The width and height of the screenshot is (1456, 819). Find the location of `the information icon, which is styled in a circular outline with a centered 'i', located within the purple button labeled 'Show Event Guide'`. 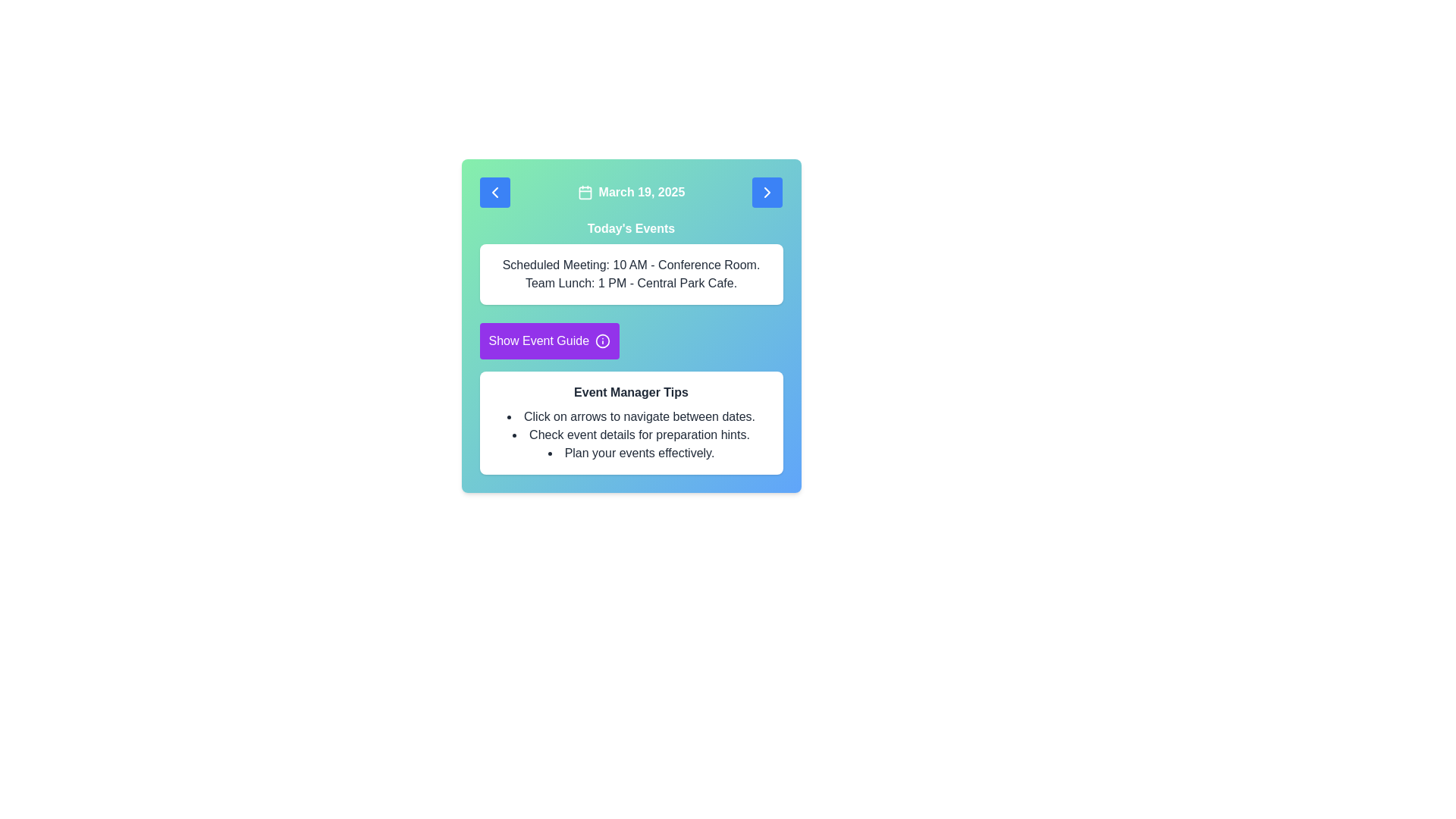

the information icon, which is styled in a circular outline with a centered 'i', located within the purple button labeled 'Show Event Guide' is located at coordinates (602, 341).